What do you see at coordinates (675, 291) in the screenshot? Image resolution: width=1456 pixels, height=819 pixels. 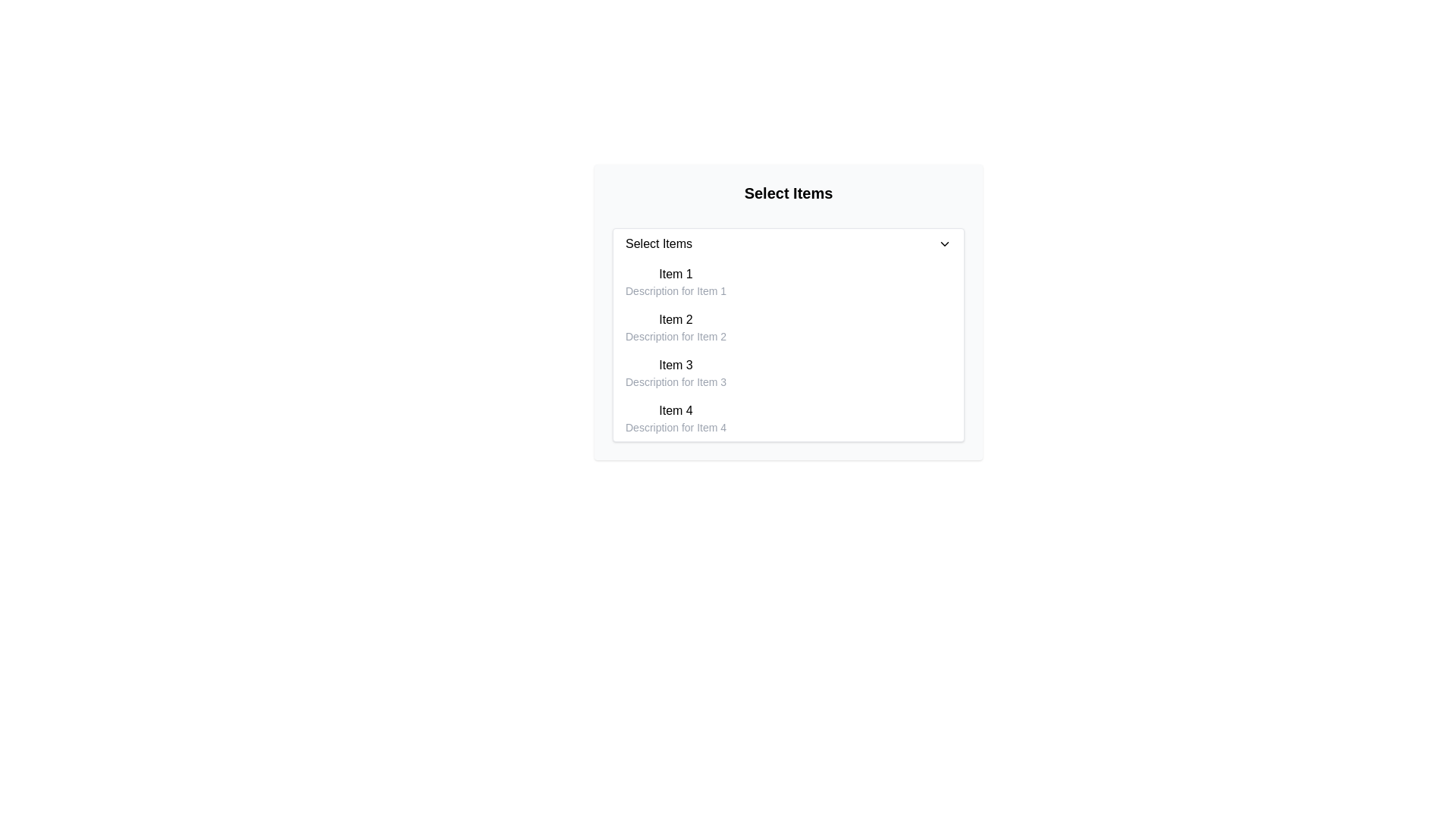 I see `text label that provides additional information about 'Item 1' located under its name in the list` at bounding box center [675, 291].